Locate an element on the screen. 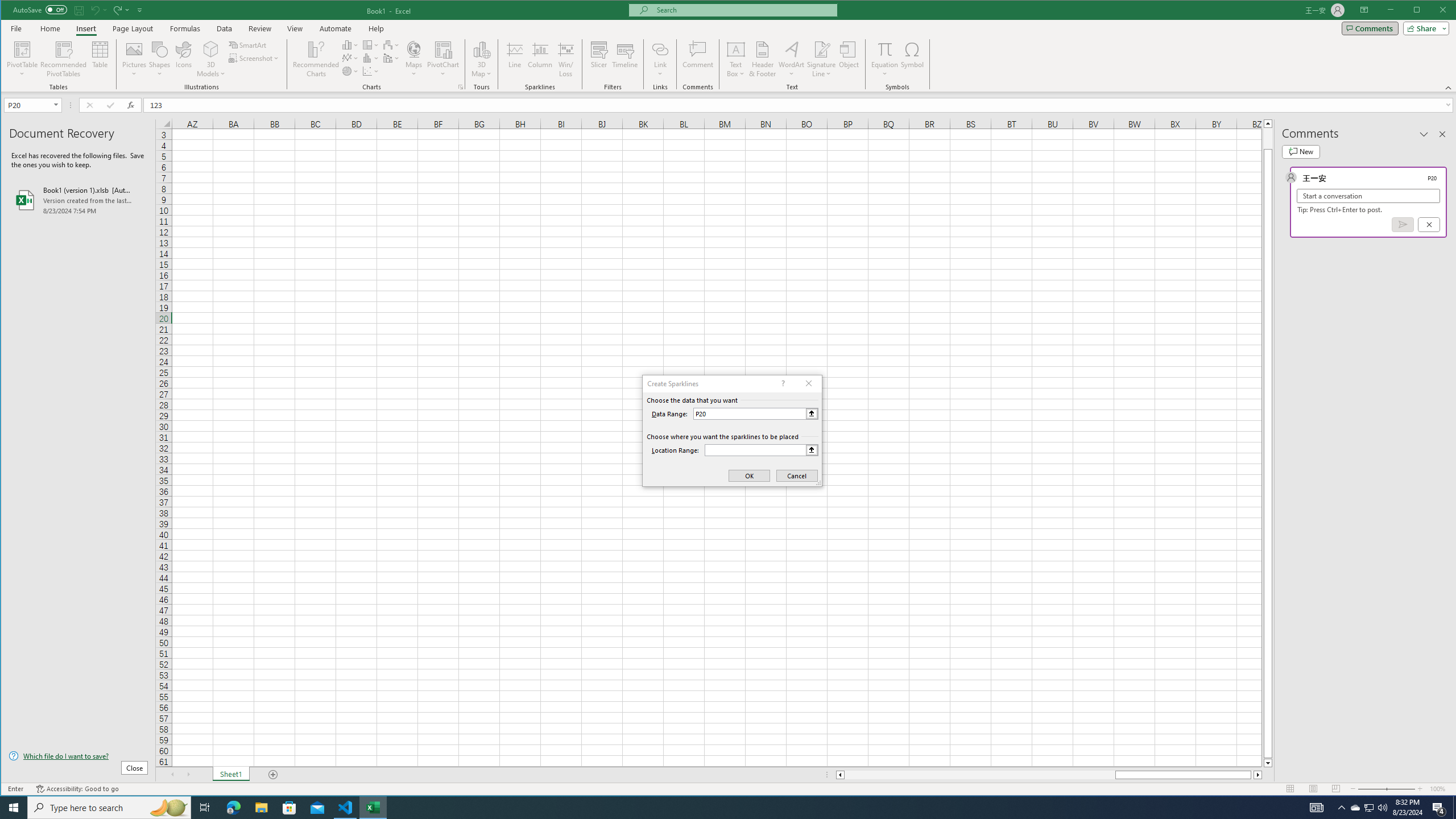  'Link' is located at coordinates (659, 48).